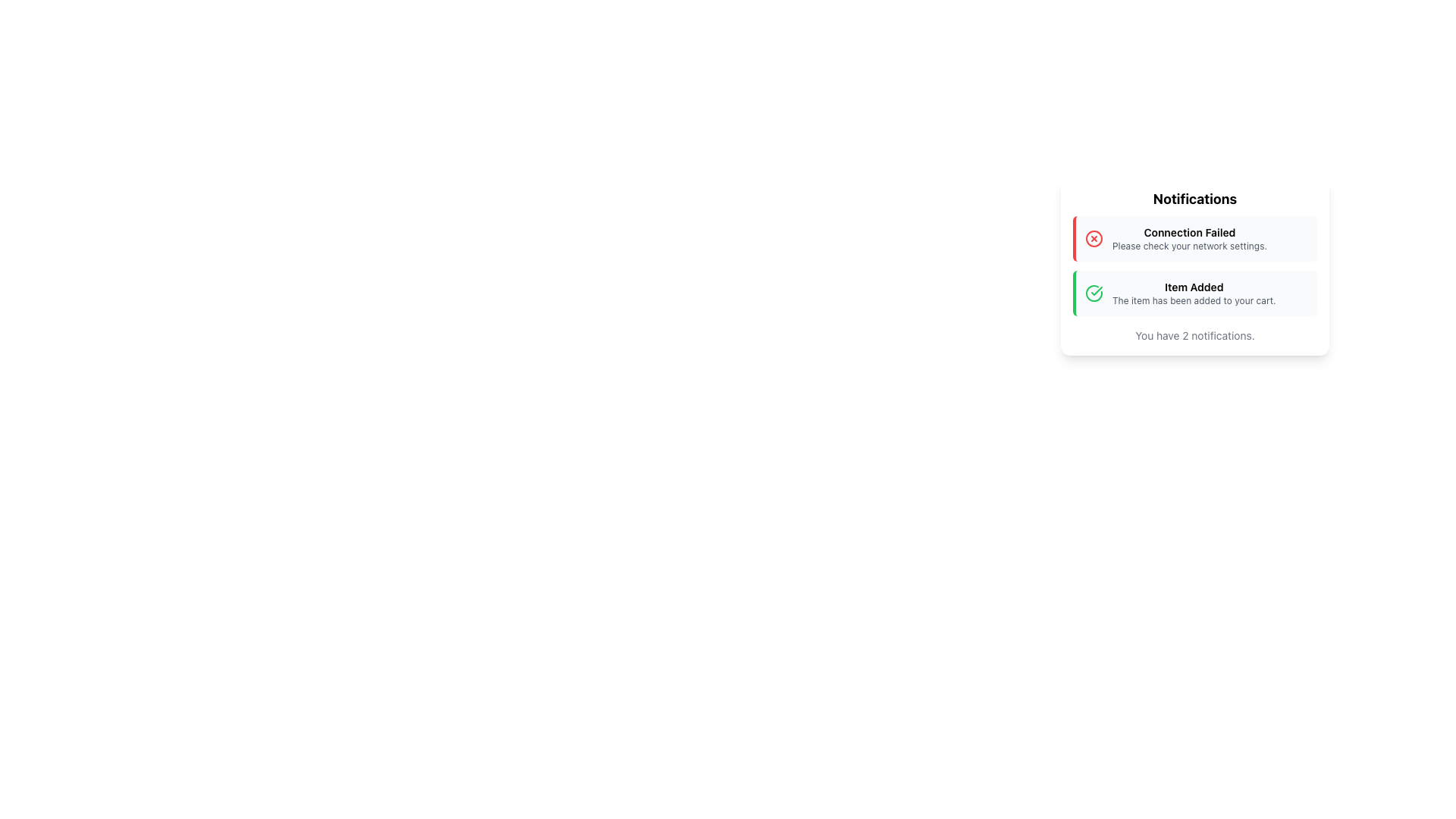 The height and width of the screenshot is (819, 1456). Describe the element at coordinates (1189, 233) in the screenshot. I see `the title text label indicating failure of connection within the Notifications pop-up box` at that location.